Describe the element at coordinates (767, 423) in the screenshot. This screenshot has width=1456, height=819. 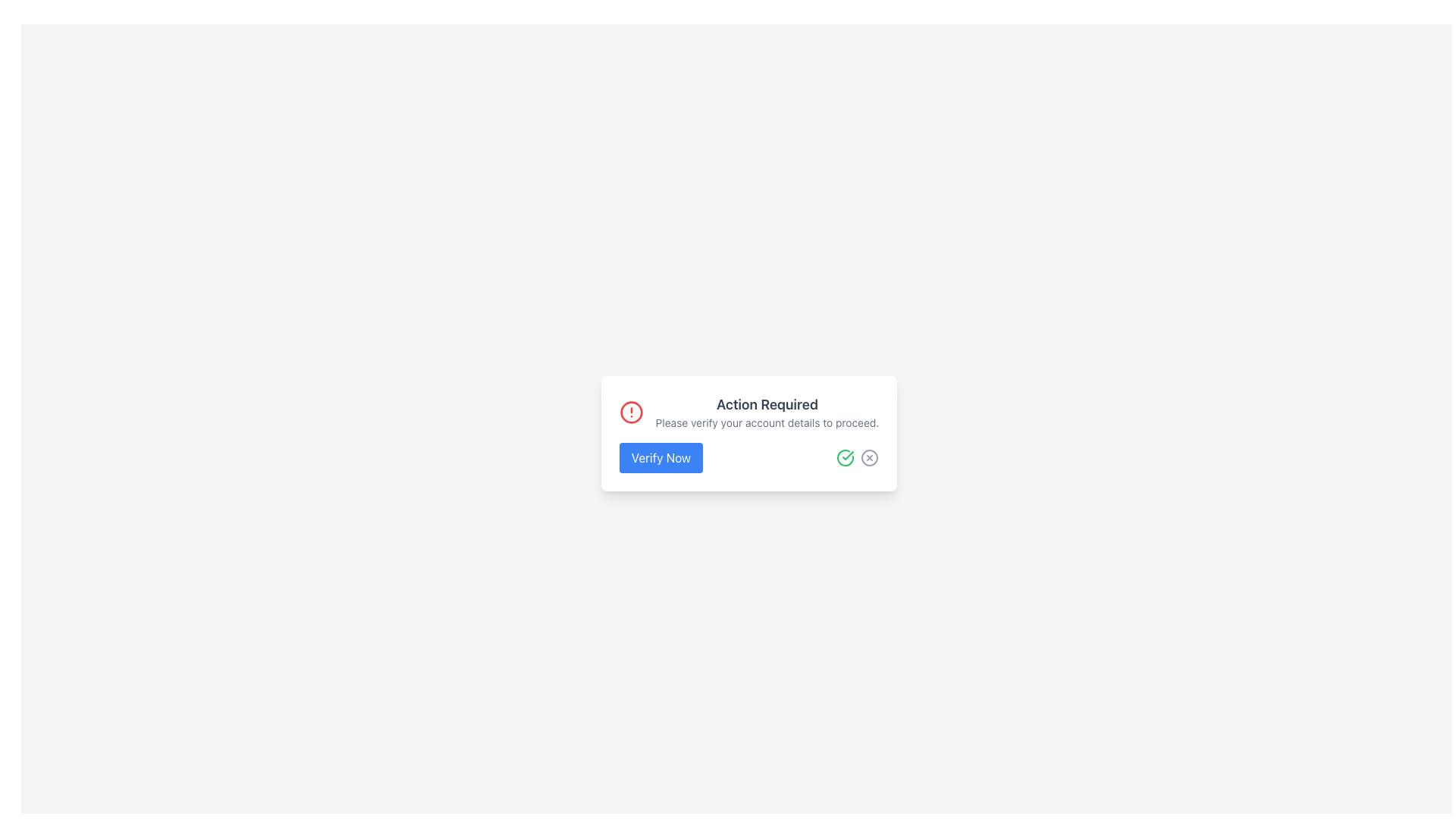
I see `the text block that reads 'Please verify your account details to proceed.' located below the 'Action Required' title in the modal dialog` at that location.